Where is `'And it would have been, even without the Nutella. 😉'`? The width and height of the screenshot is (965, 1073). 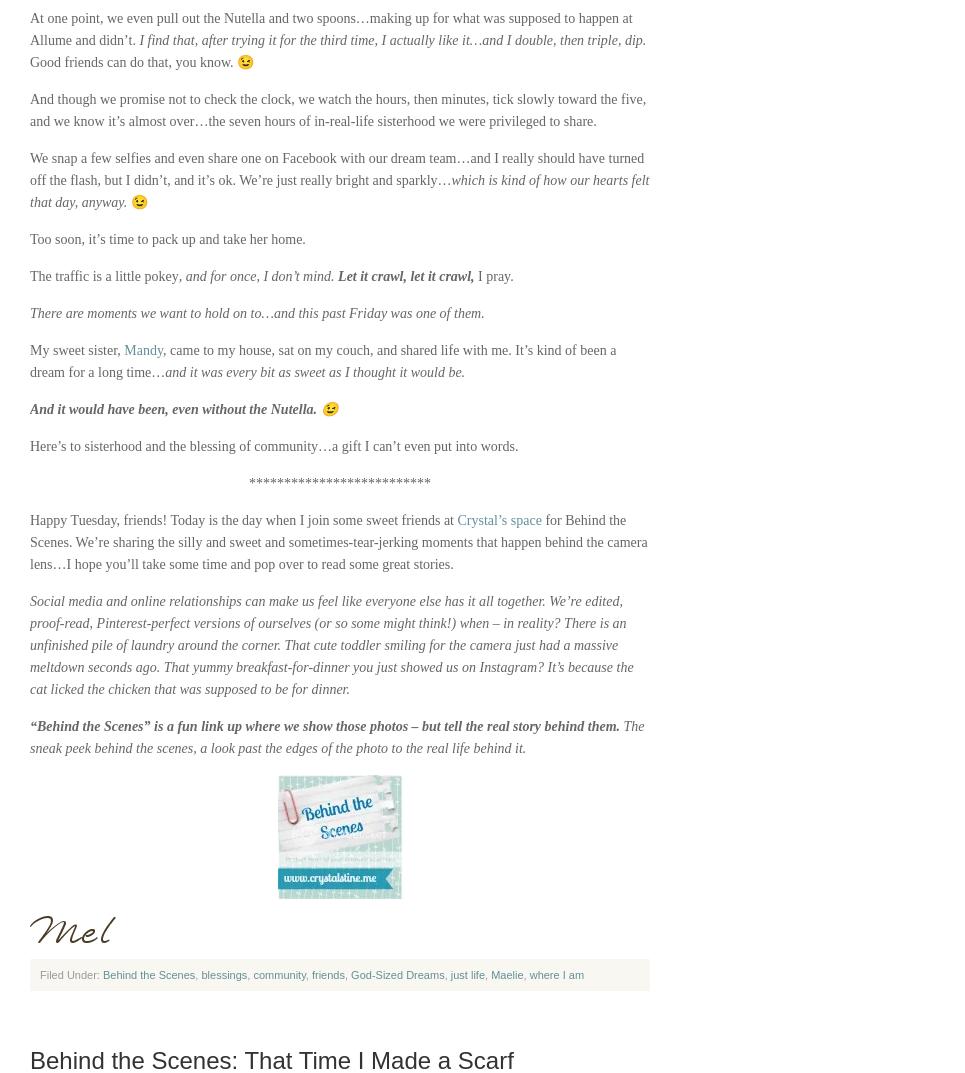 'And it would have been, even without the Nutella. 😉' is located at coordinates (29, 408).